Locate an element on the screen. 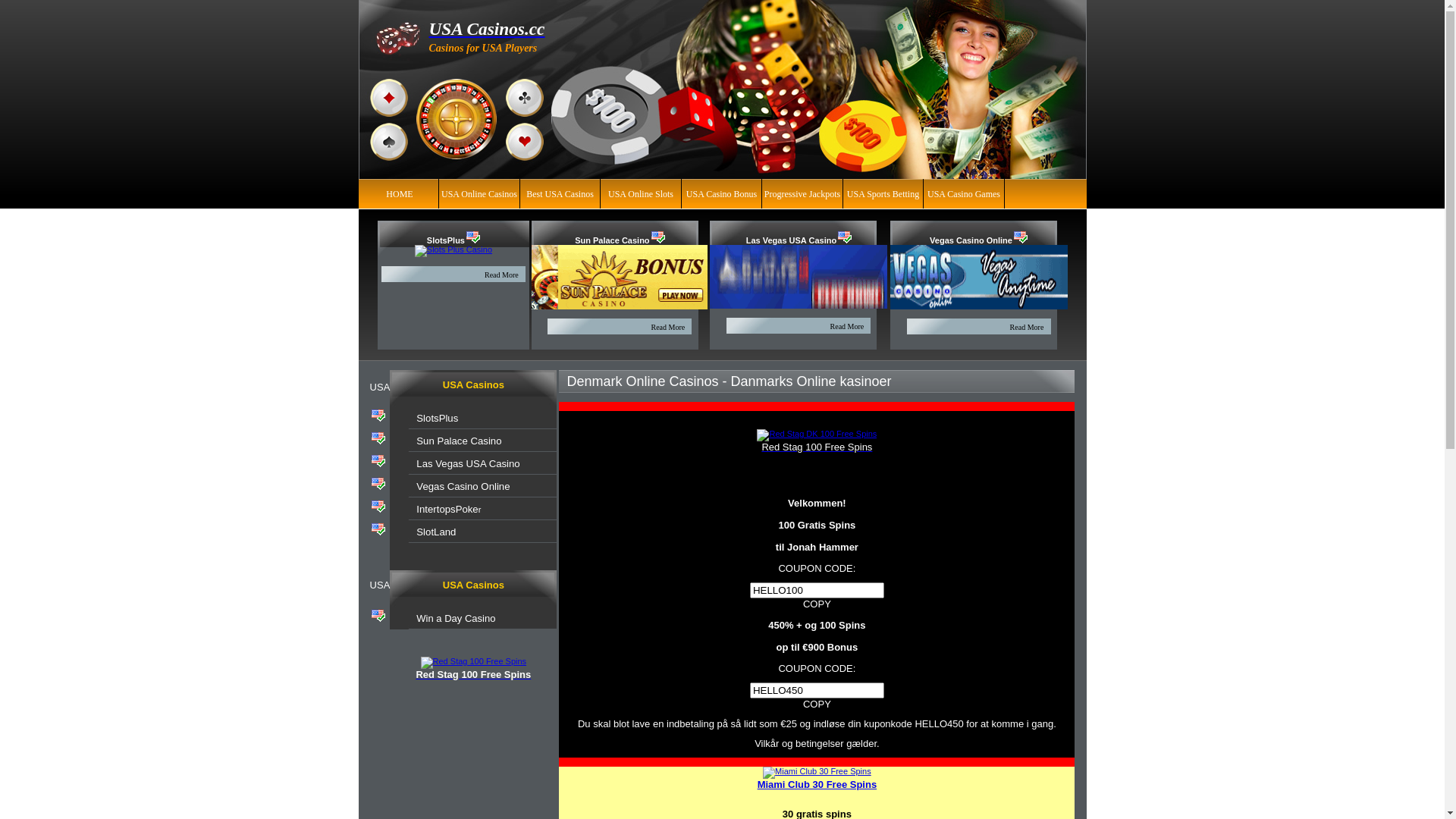  'Red Stag 100 Free Spins' is located at coordinates (761, 446).